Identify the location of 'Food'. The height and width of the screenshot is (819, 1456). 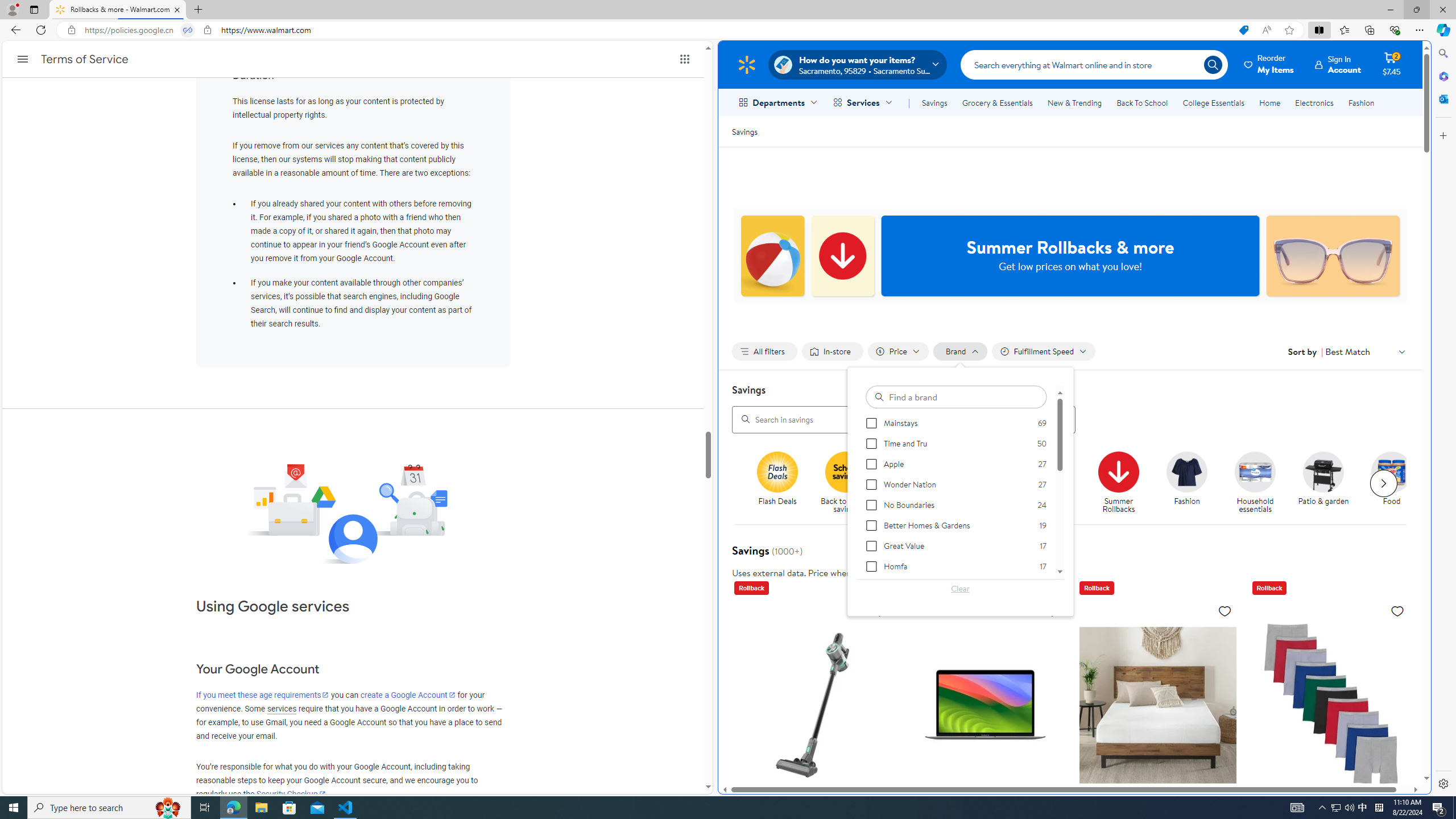
(1396, 483).